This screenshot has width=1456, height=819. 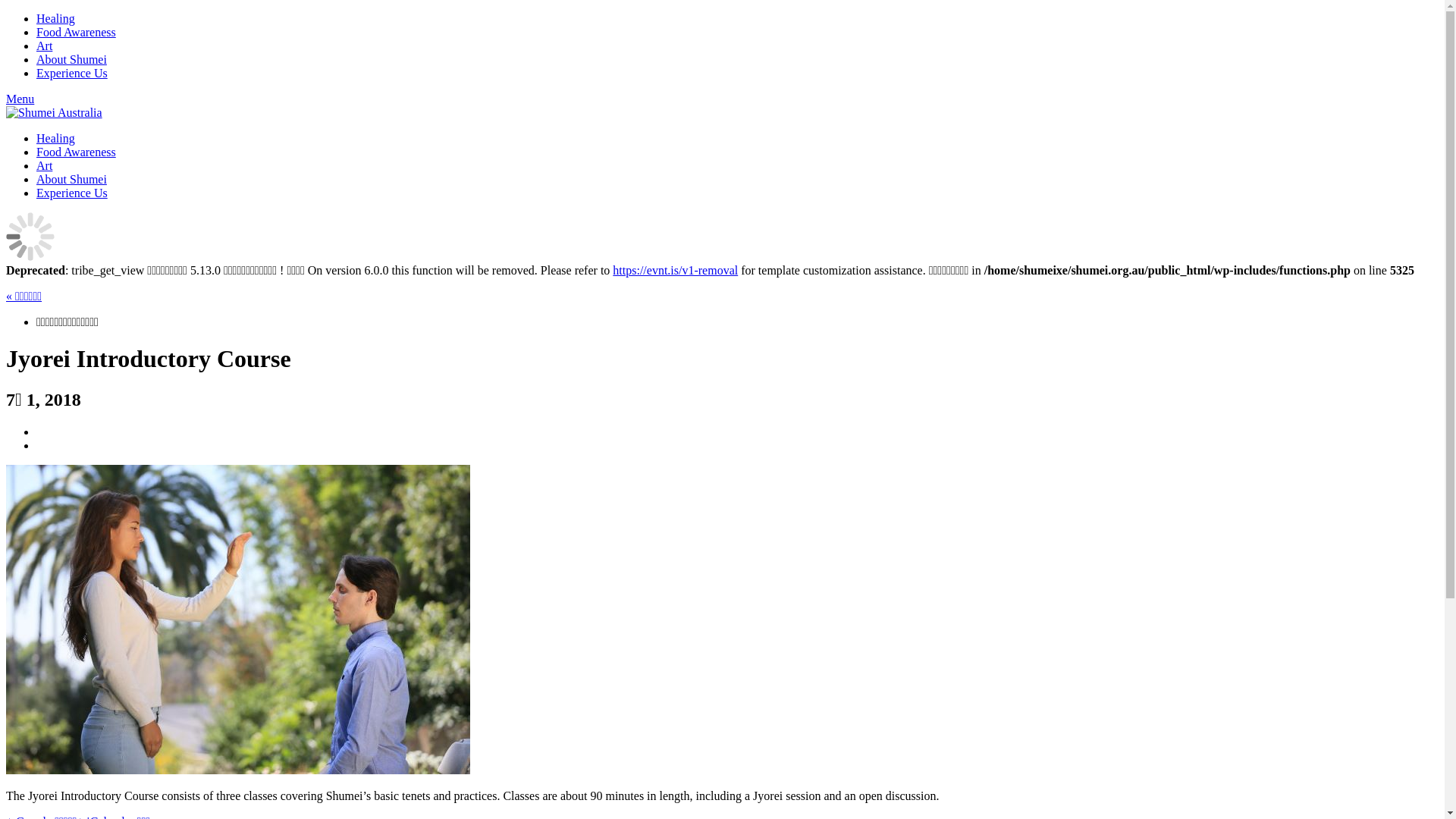 What do you see at coordinates (20, 99) in the screenshot?
I see `'Menu'` at bounding box center [20, 99].